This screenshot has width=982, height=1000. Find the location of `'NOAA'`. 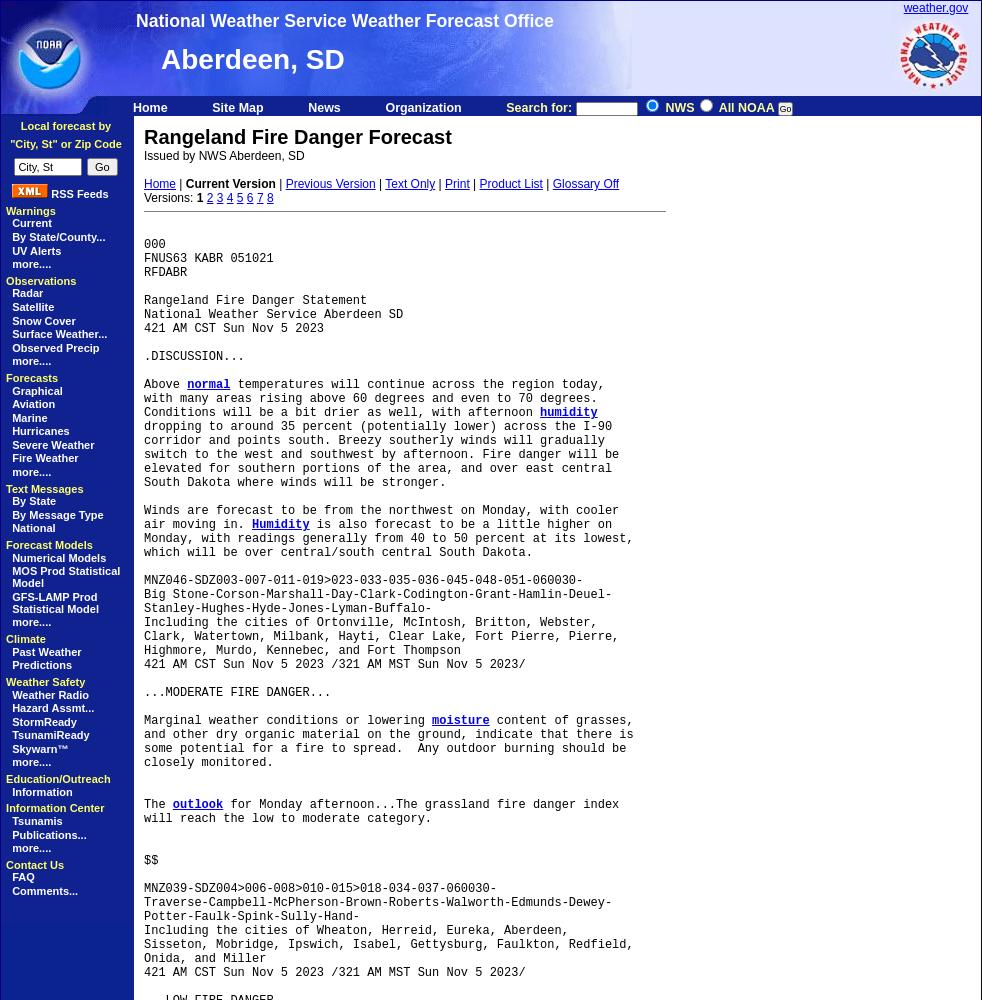

'NOAA' is located at coordinates (8, 4).